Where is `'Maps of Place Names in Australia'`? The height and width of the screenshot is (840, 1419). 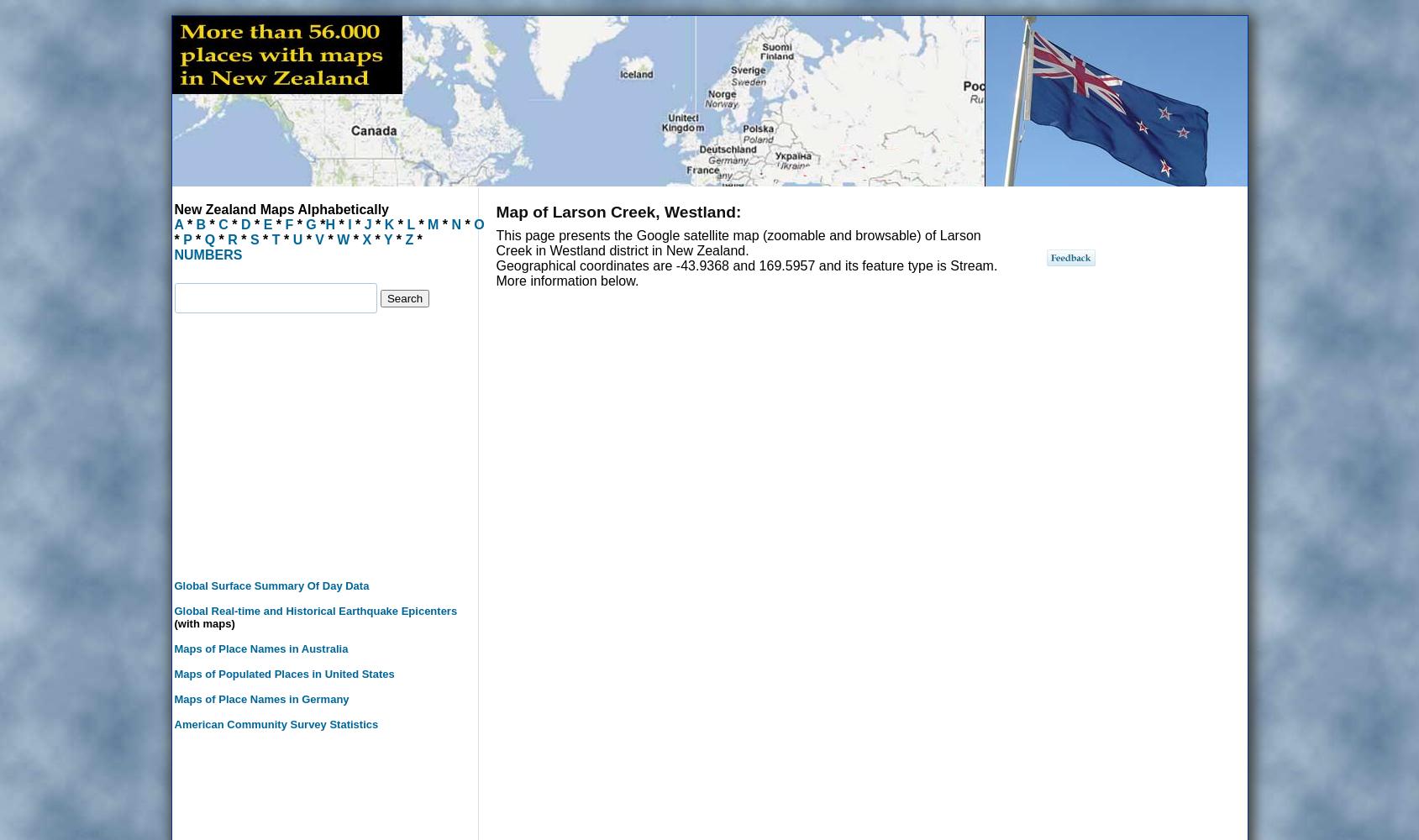 'Maps of Place Names in Australia' is located at coordinates (173, 648).